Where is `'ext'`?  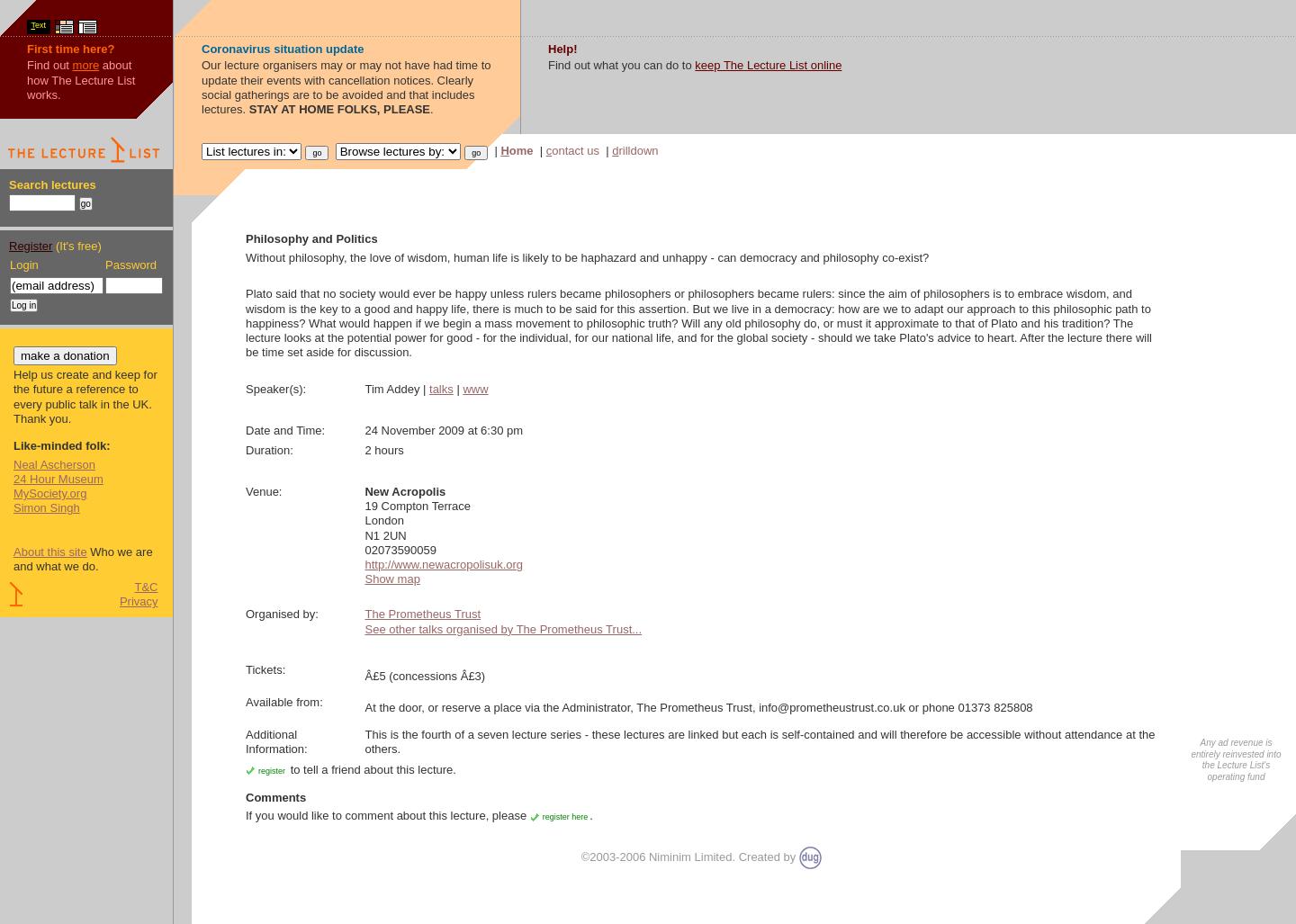 'ext' is located at coordinates (39, 25).